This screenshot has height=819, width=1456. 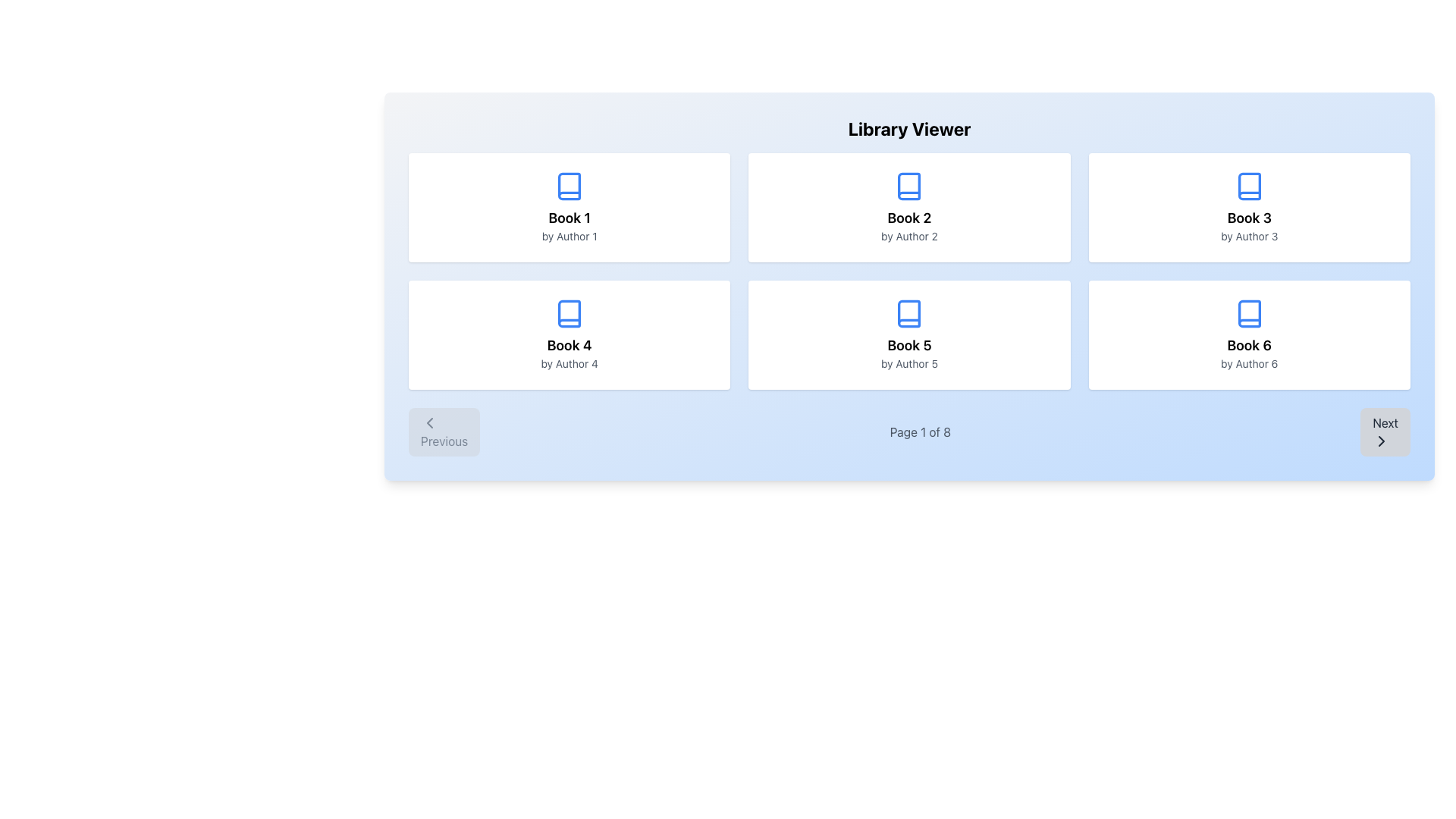 What do you see at coordinates (909, 186) in the screenshot?
I see `the book icon located at the top center of the 'Book 2' card in the first row, middle column` at bounding box center [909, 186].